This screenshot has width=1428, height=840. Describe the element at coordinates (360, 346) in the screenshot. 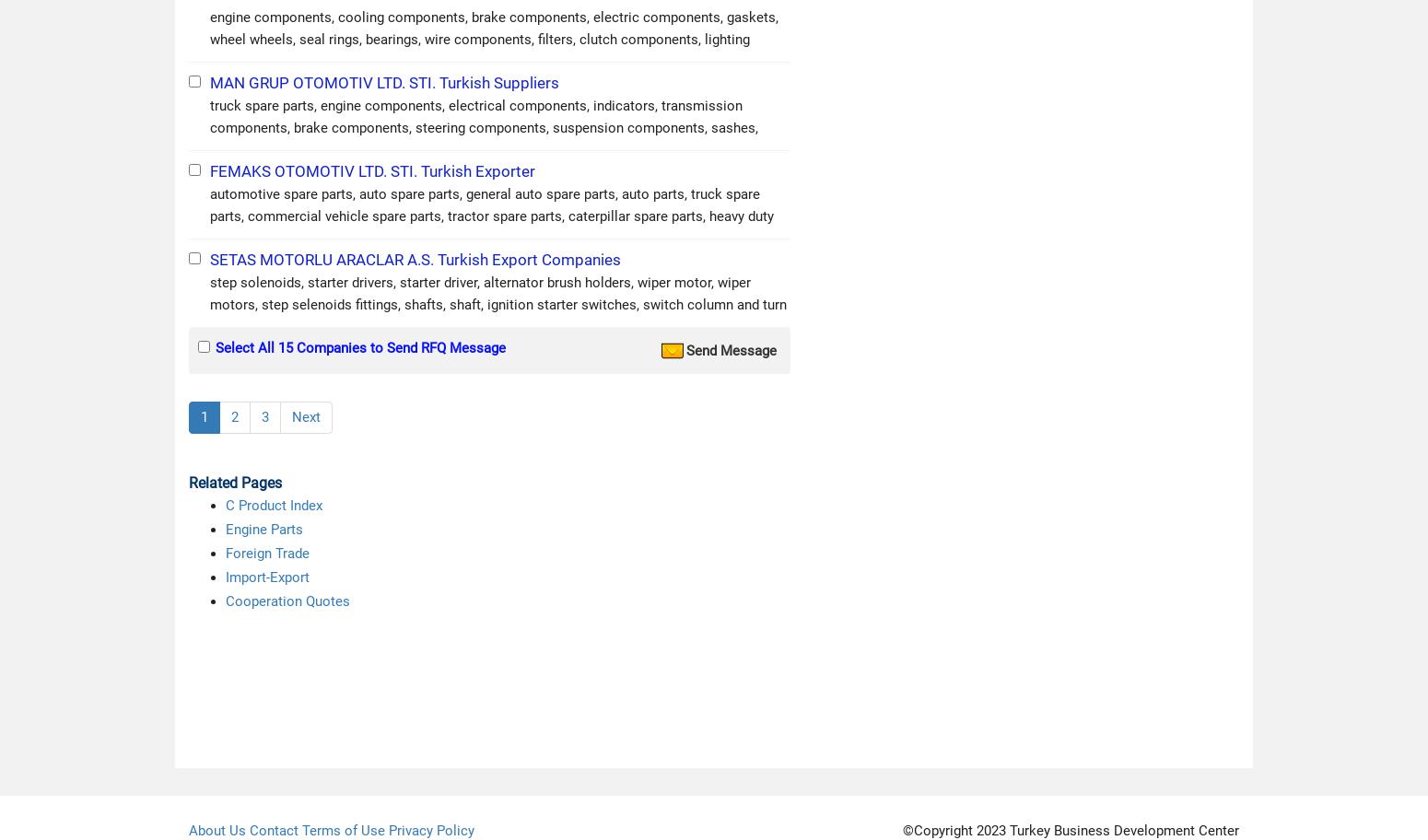

I see `'Select All 15 Companies to Send RFQ Message'` at that location.